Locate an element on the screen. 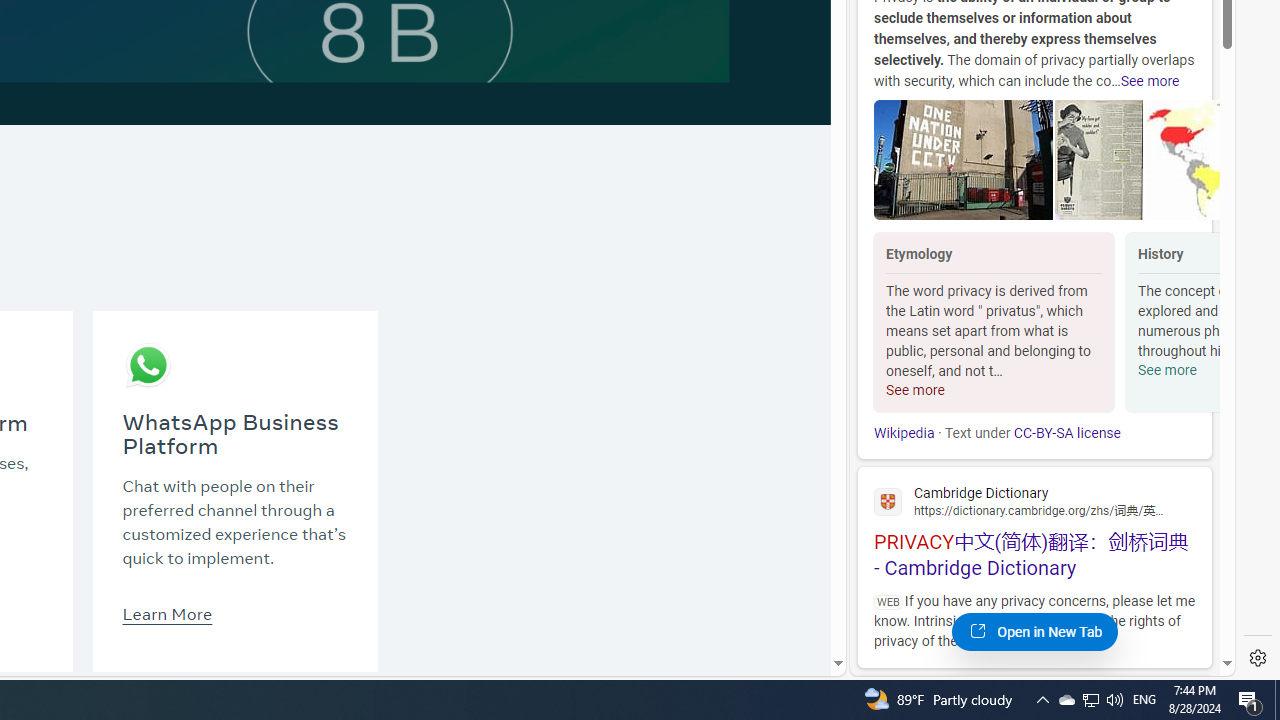 The height and width of the screenshot is (720, 1280). 'Wikipedia' is located at coordinates (903, 432).